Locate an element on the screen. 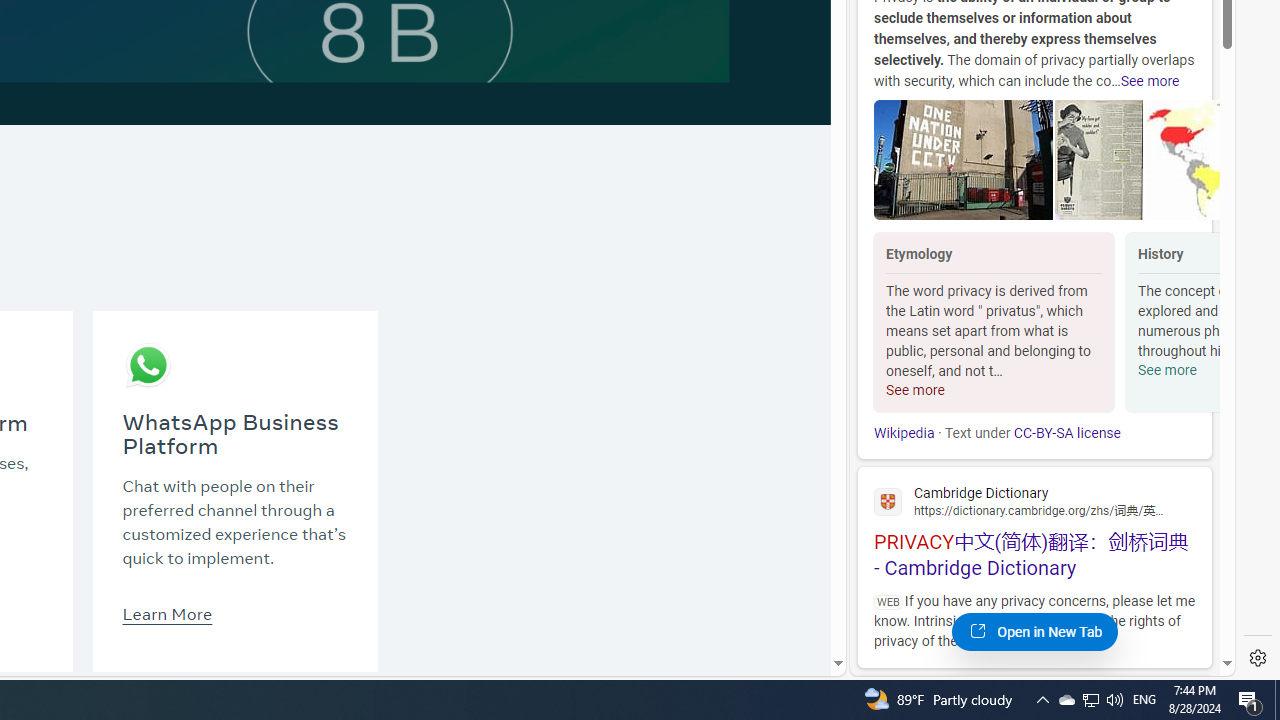 The height and width of the screenshot is (720, 1280). 'Wikipedia' is located at coordinates (903, 432).